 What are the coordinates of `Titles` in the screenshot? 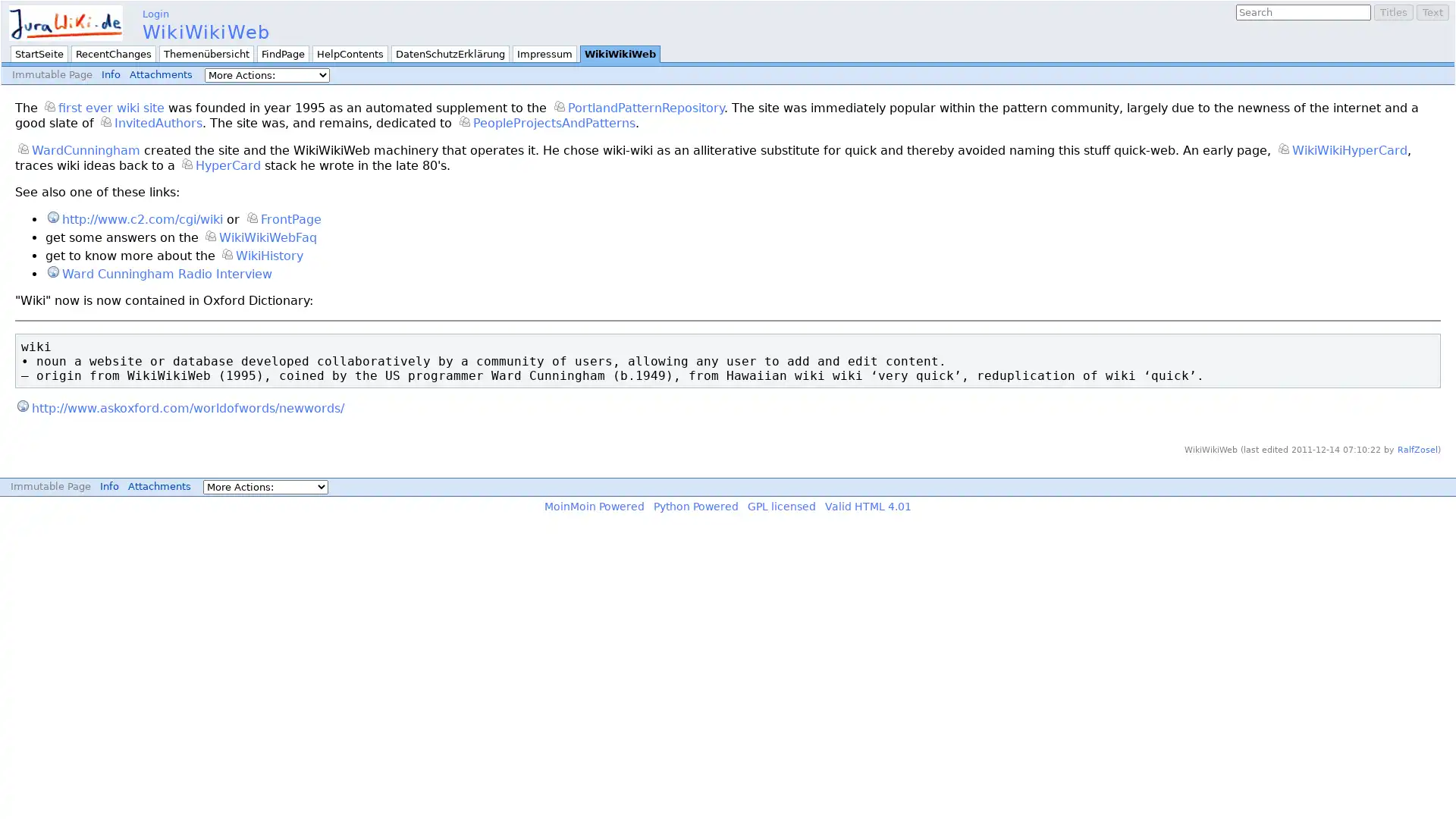 It's located at (1394, 12).